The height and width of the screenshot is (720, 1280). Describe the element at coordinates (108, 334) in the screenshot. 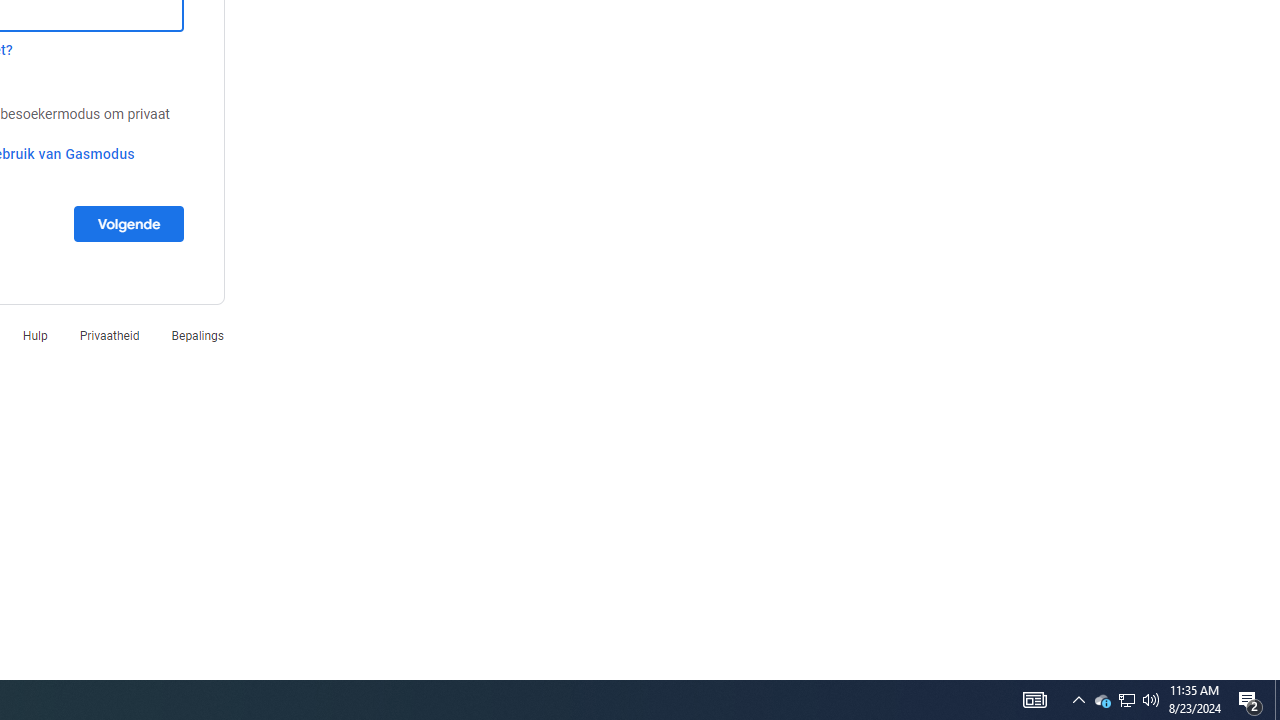

I see `'Privaatheid'` at that location.